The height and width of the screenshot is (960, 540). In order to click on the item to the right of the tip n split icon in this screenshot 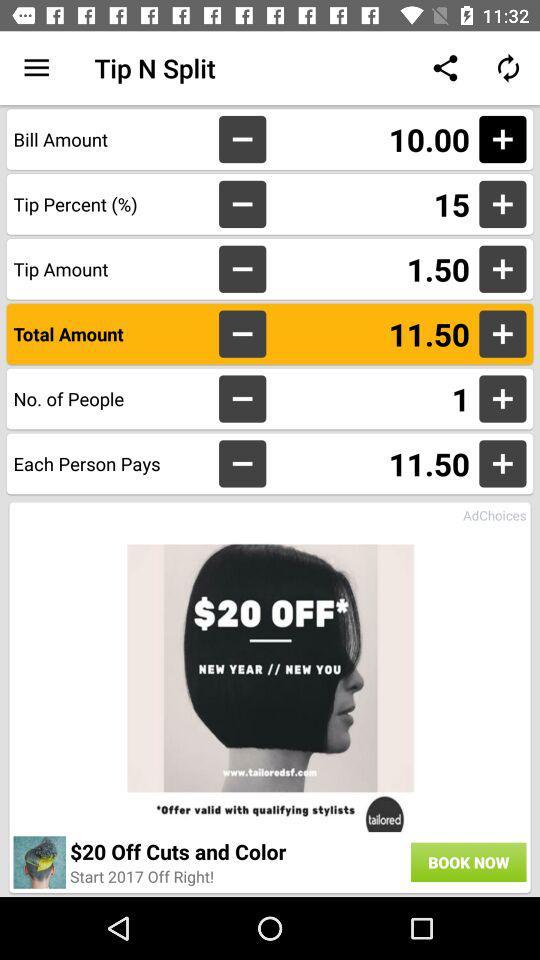, I will do `click(445, 68)`.